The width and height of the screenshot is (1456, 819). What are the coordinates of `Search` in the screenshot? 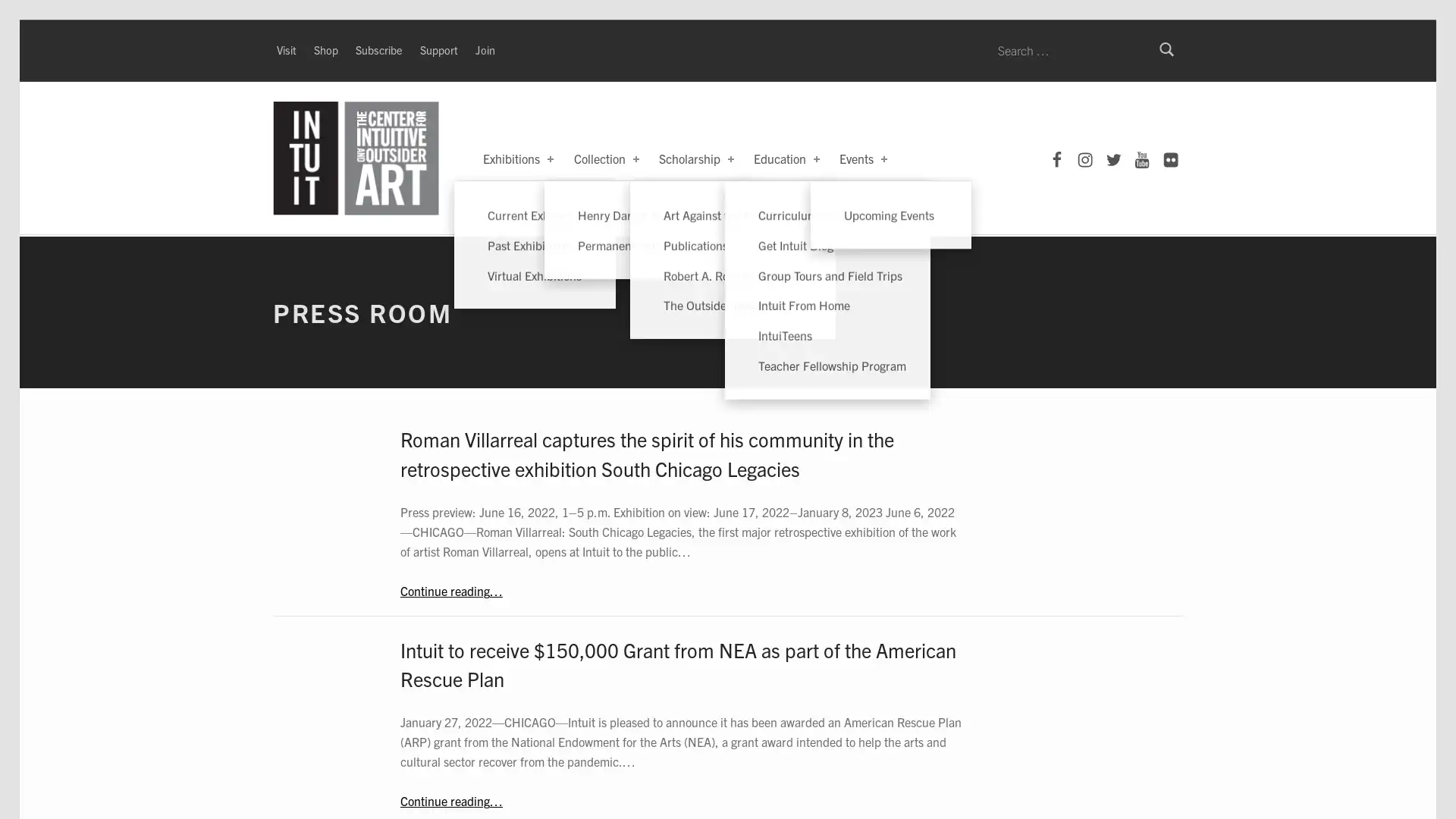 It's located at (1165, 40).